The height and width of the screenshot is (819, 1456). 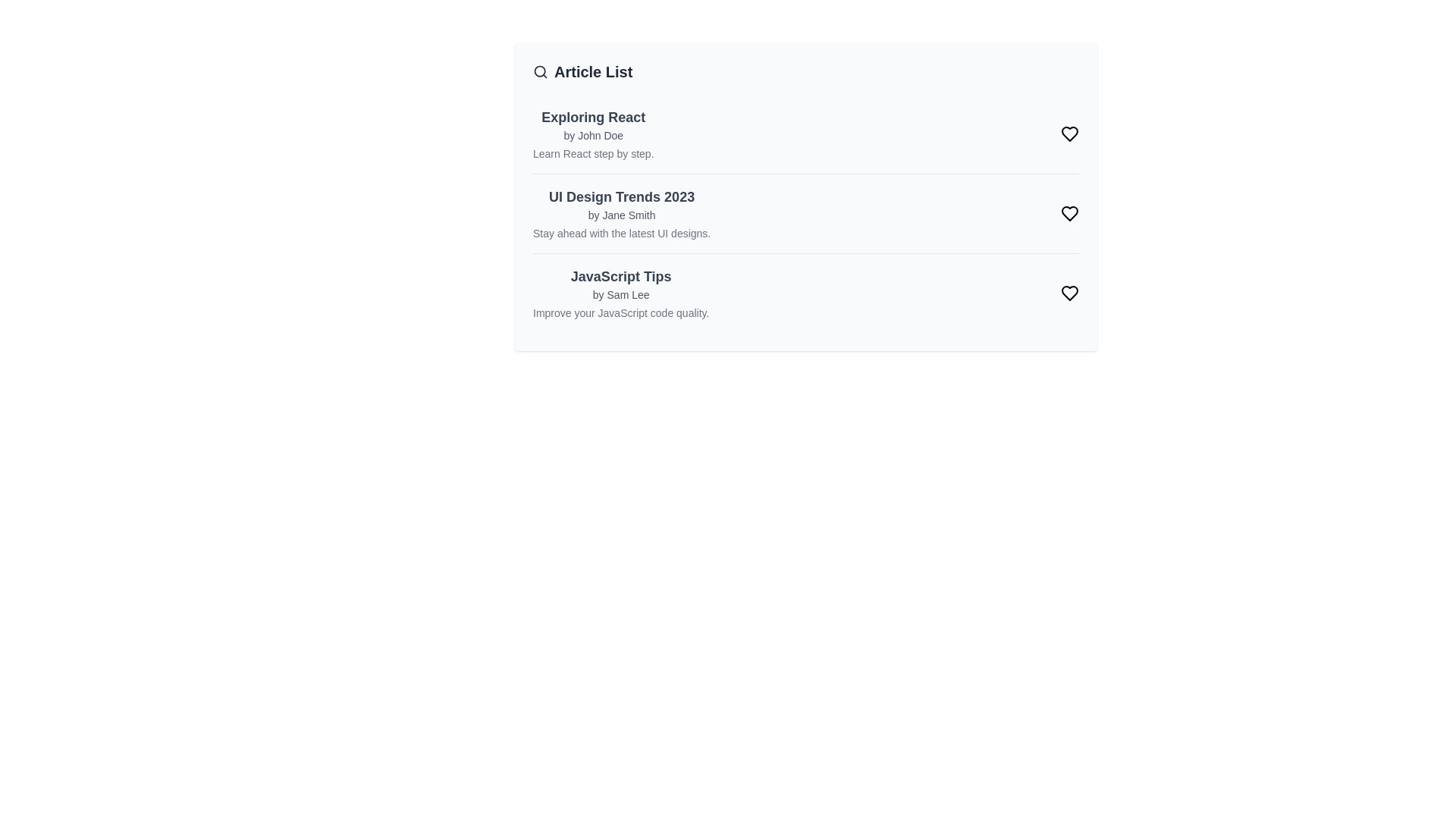 What do you see at coordinates (592, 134) in the screenshot?
I see `the author's name to view their details` at bounding box center [592, 134].